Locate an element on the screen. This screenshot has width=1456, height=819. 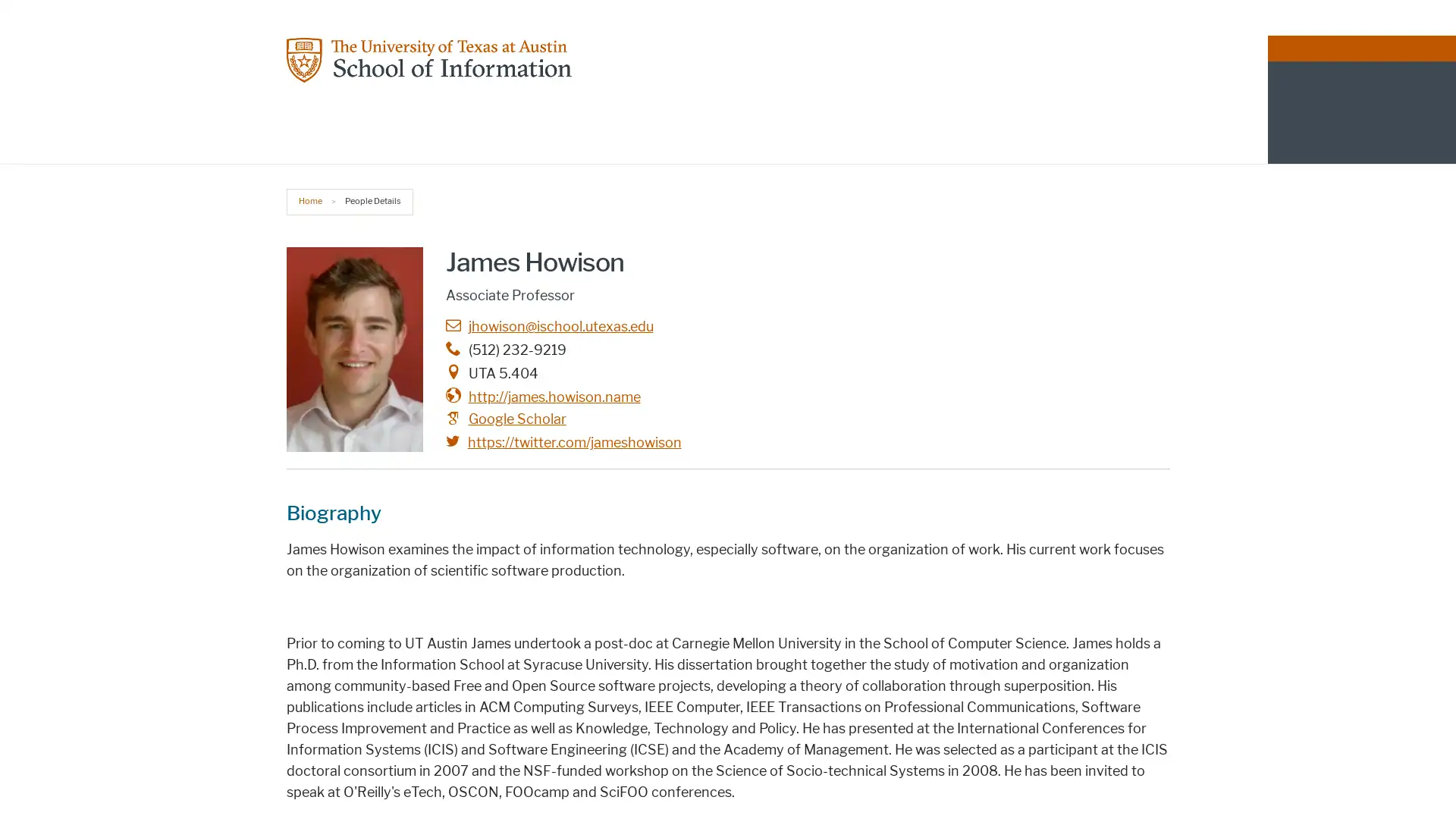
Search is located at coordinates (1153, 49).